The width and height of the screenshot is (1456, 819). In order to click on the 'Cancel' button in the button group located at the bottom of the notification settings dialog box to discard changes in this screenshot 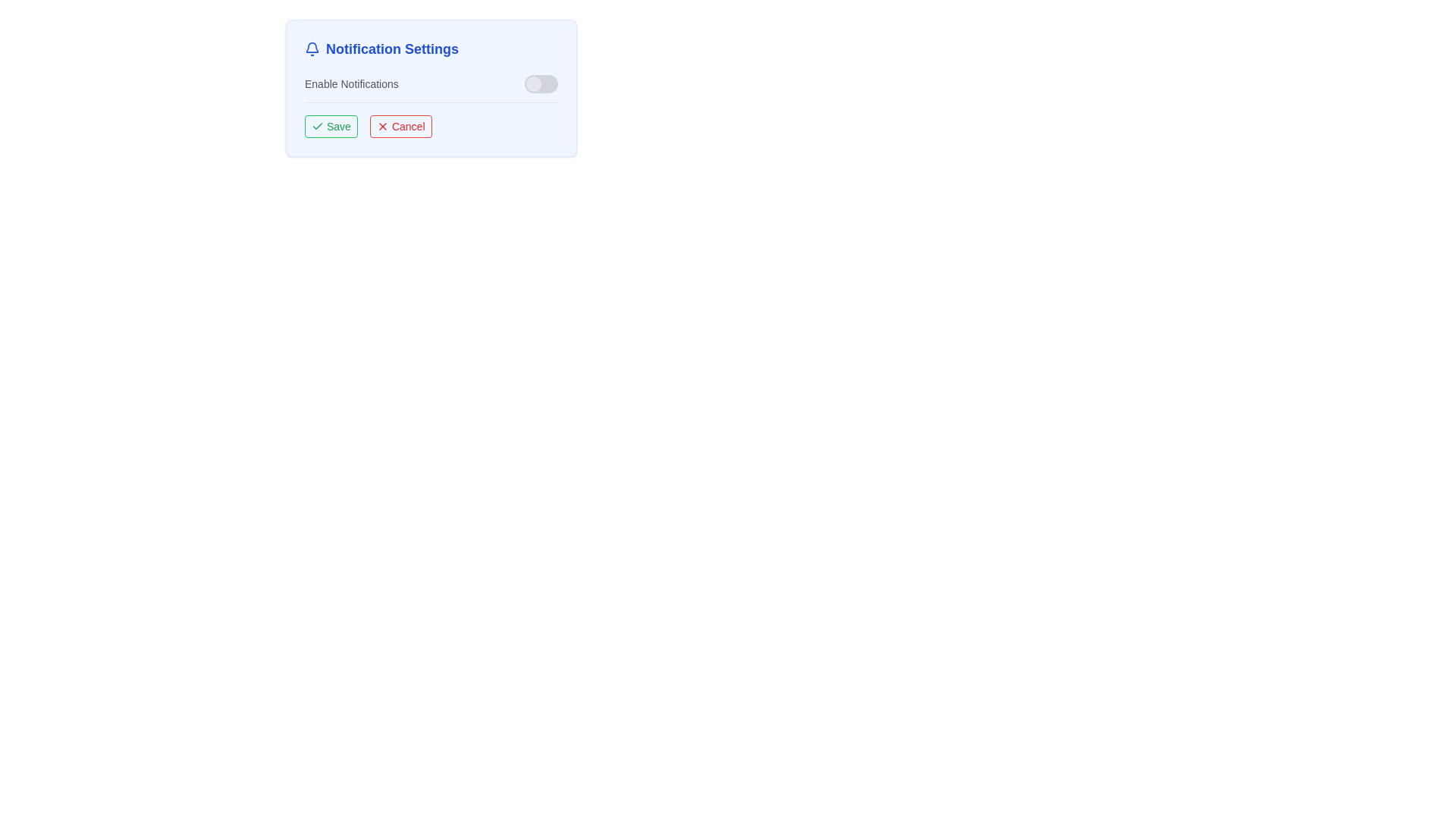, I will do `click(431, 125)`.